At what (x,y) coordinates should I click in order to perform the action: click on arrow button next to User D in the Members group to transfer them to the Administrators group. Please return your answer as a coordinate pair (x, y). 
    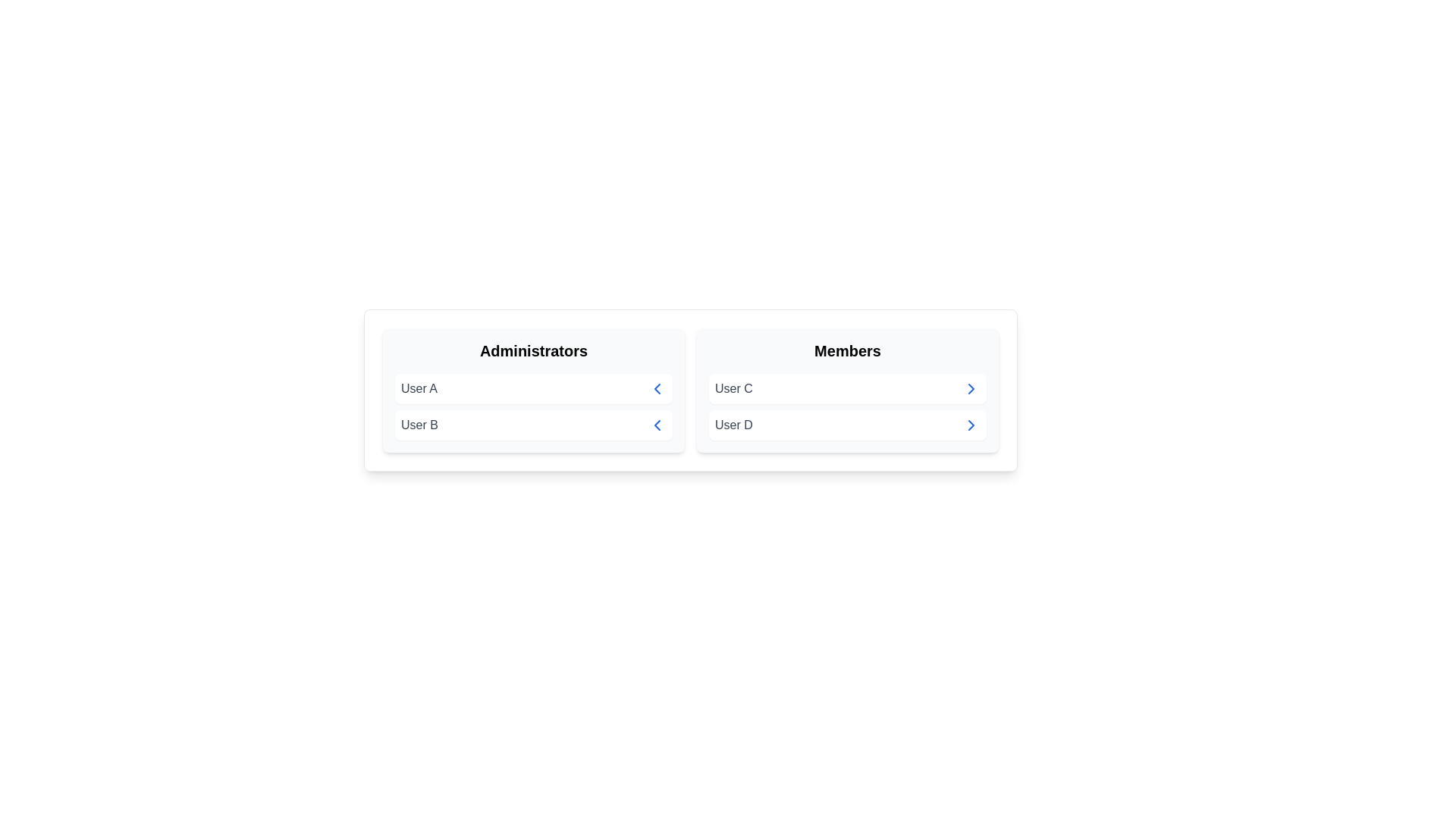
    Looking at the image, I should click on (971, 425).